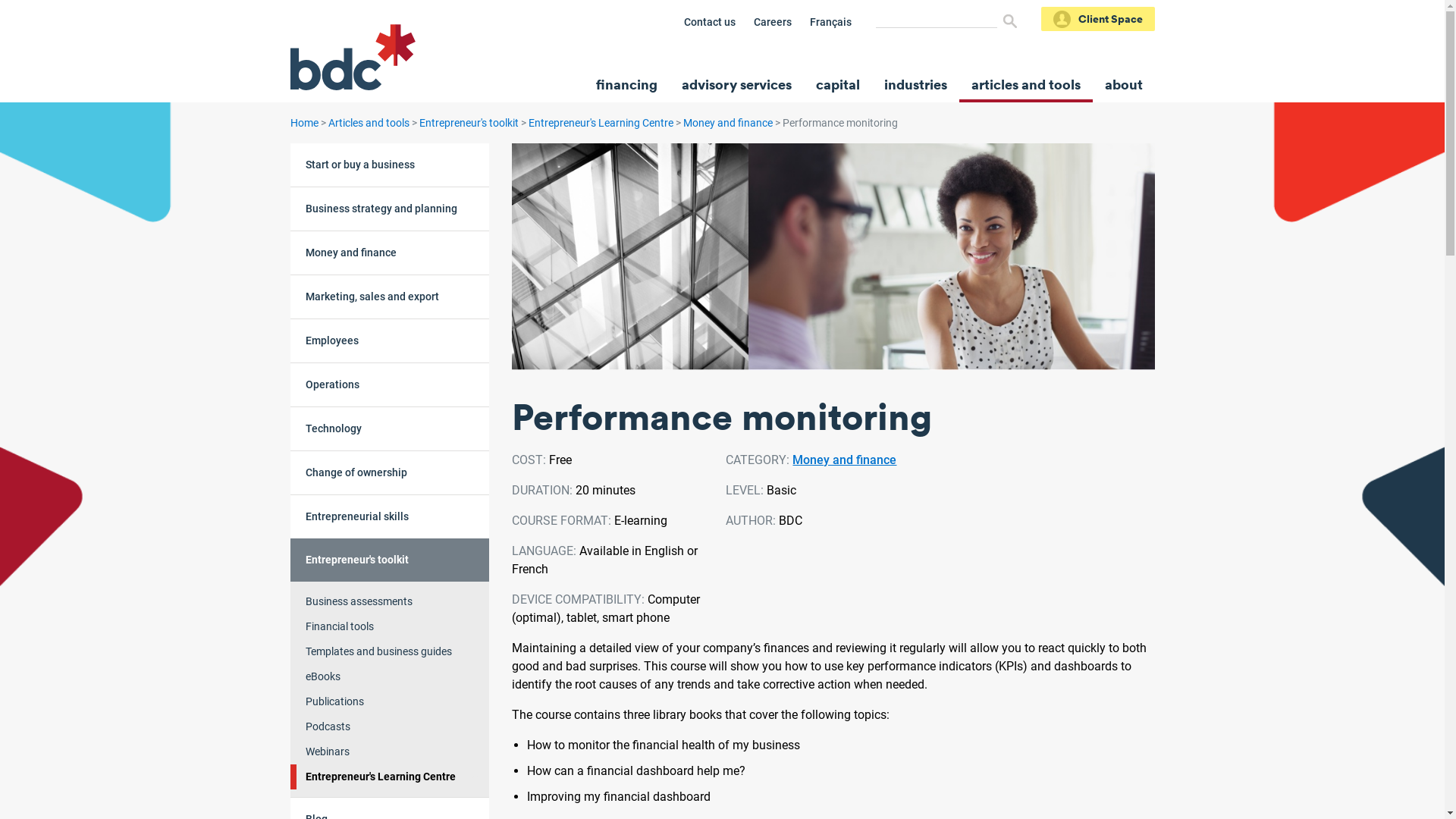 The height and width of the screenshot is (819, 1456). What do you see at coordinates (528, 122) in the screenshot?
I see `'Entrepreneur's Learning Centre'` at bounding box center [528, 122].